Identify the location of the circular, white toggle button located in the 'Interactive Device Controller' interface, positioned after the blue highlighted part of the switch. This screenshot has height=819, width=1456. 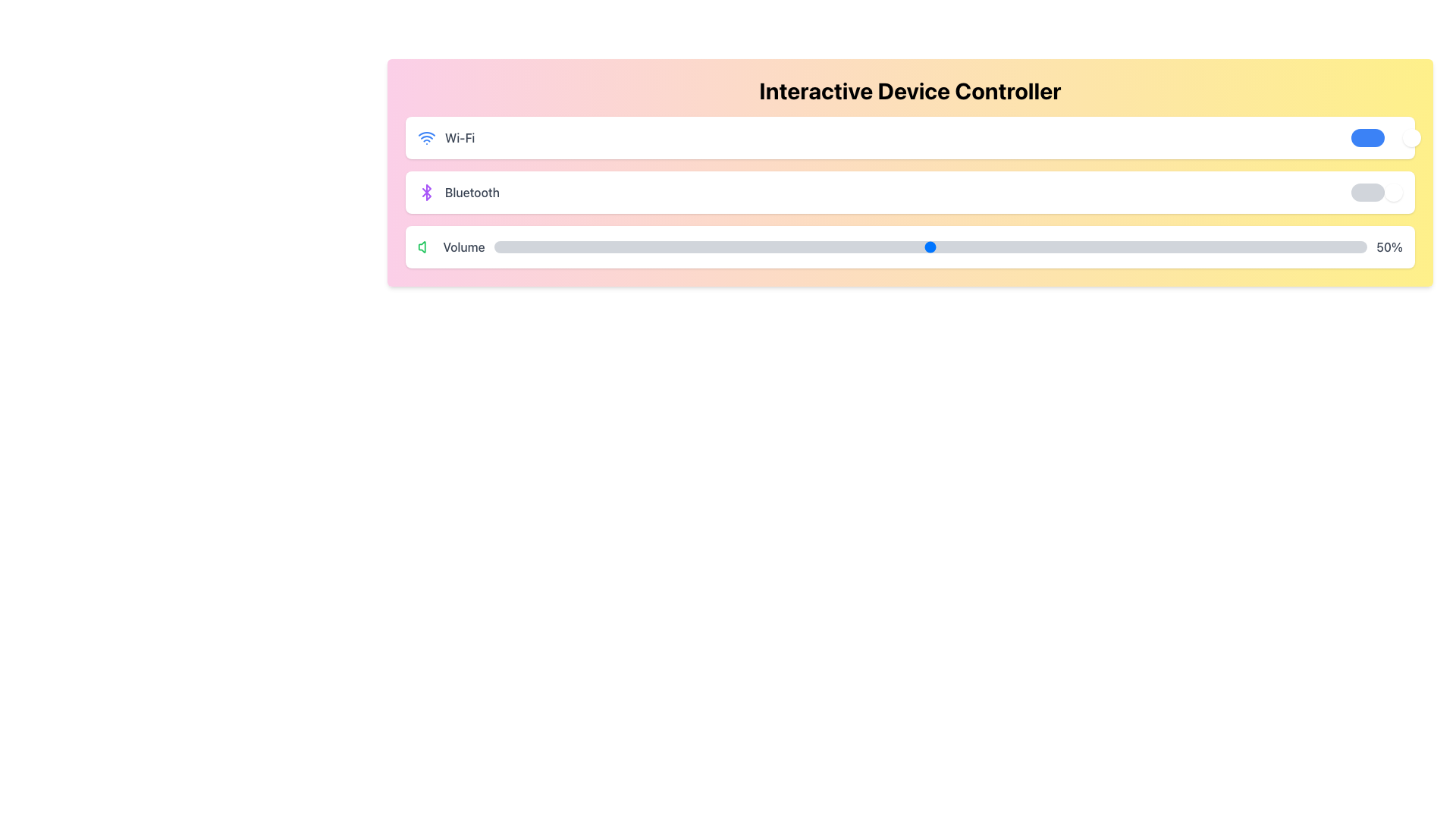
(1411, 137).